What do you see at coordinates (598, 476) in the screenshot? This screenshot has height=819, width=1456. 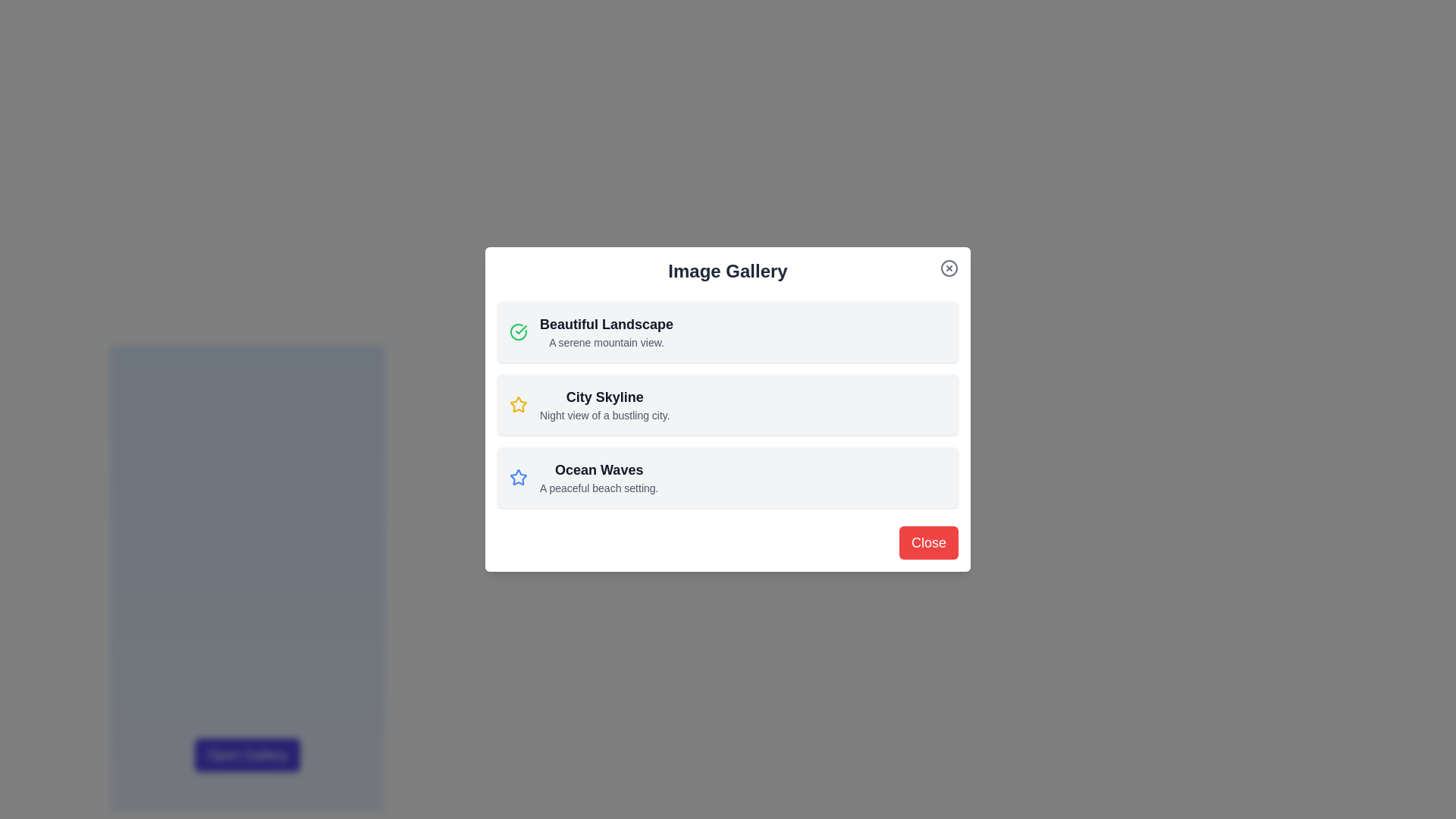 I see `text from the 'Ocean Waves' Text label element located in the third row of the 'Image Gallery' modal, which contains 'Ocean Waves' and 'A peaceful beach setting.'` at bounding box center [598, 476].